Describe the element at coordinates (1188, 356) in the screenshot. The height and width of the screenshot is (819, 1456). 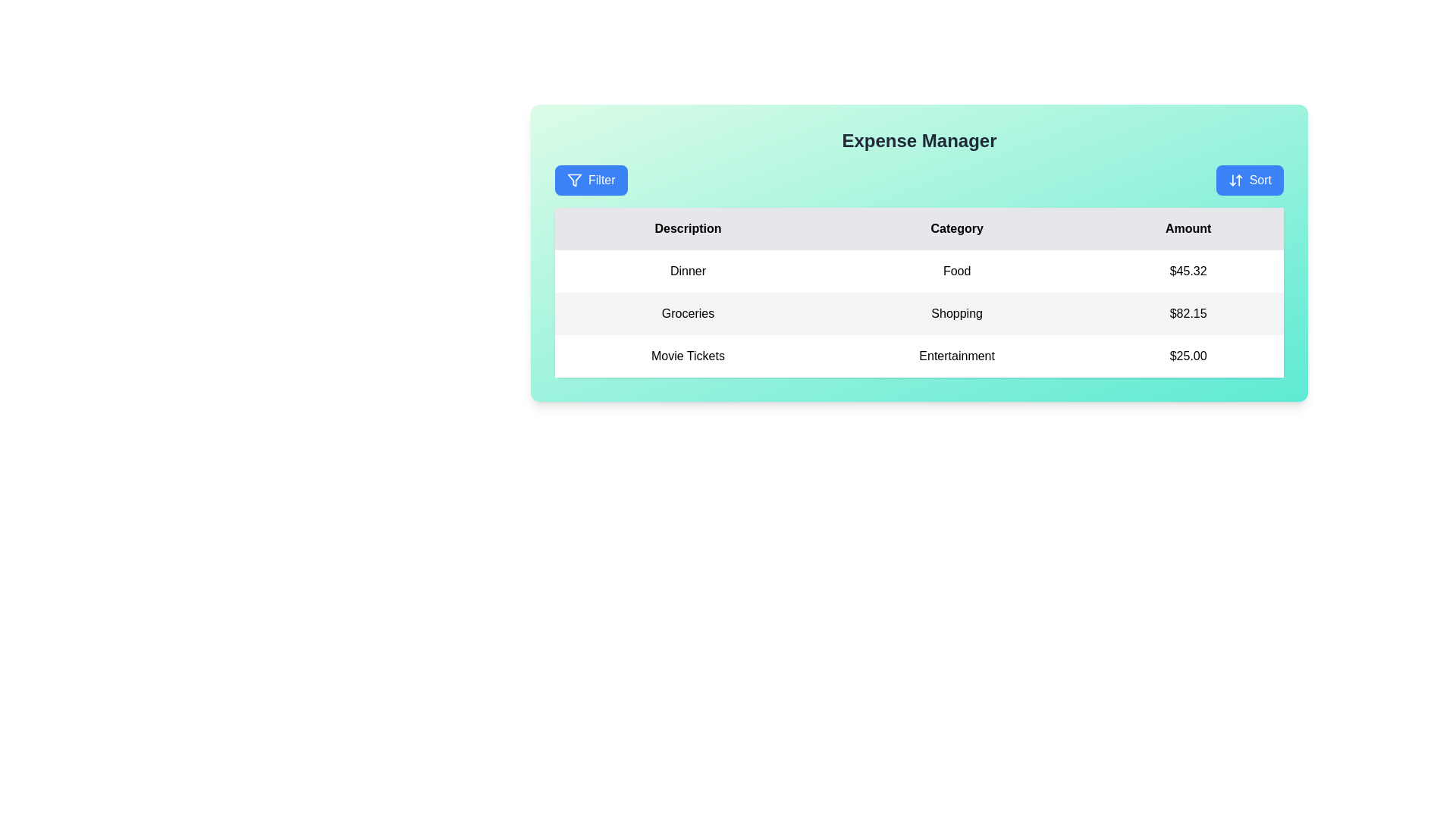
I see `the text label displaying the monetary value of $25.00 in the 'Amount' column for 'Movie Tickets' in the 'Entertainment' category` at that location.